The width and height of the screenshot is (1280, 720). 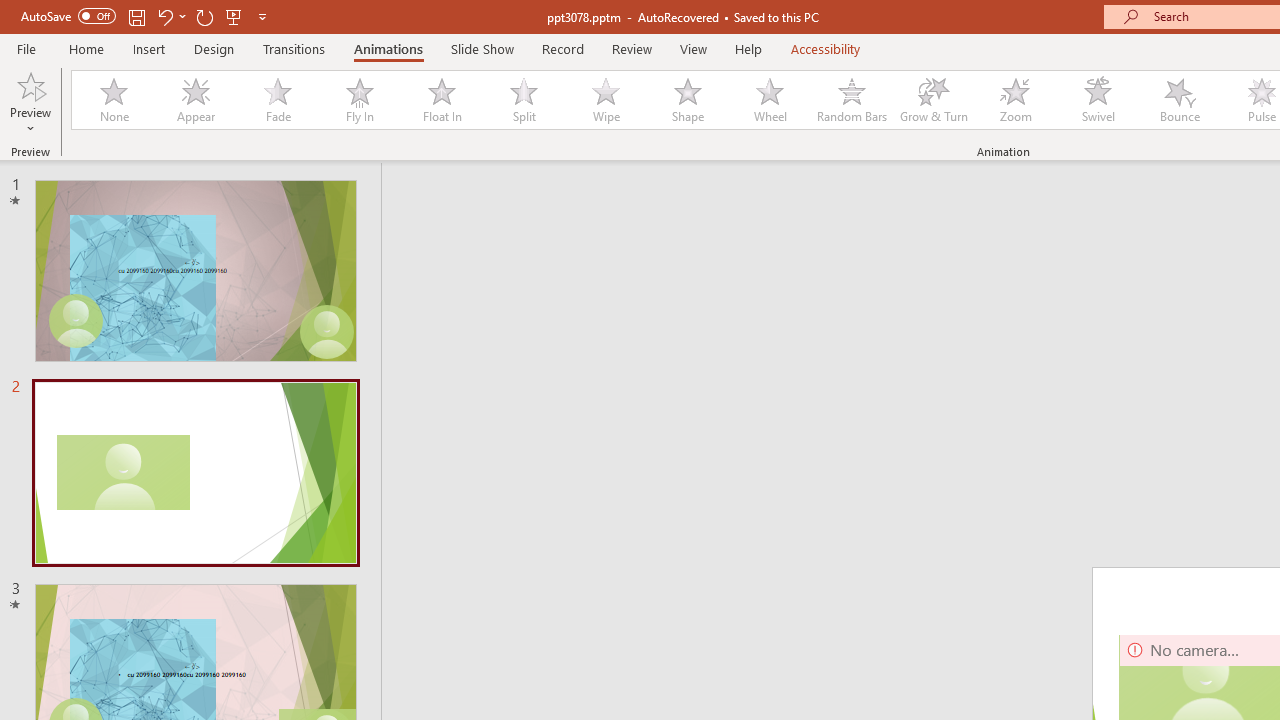 I want to click on 'Preview', so click(x=30, y=84).